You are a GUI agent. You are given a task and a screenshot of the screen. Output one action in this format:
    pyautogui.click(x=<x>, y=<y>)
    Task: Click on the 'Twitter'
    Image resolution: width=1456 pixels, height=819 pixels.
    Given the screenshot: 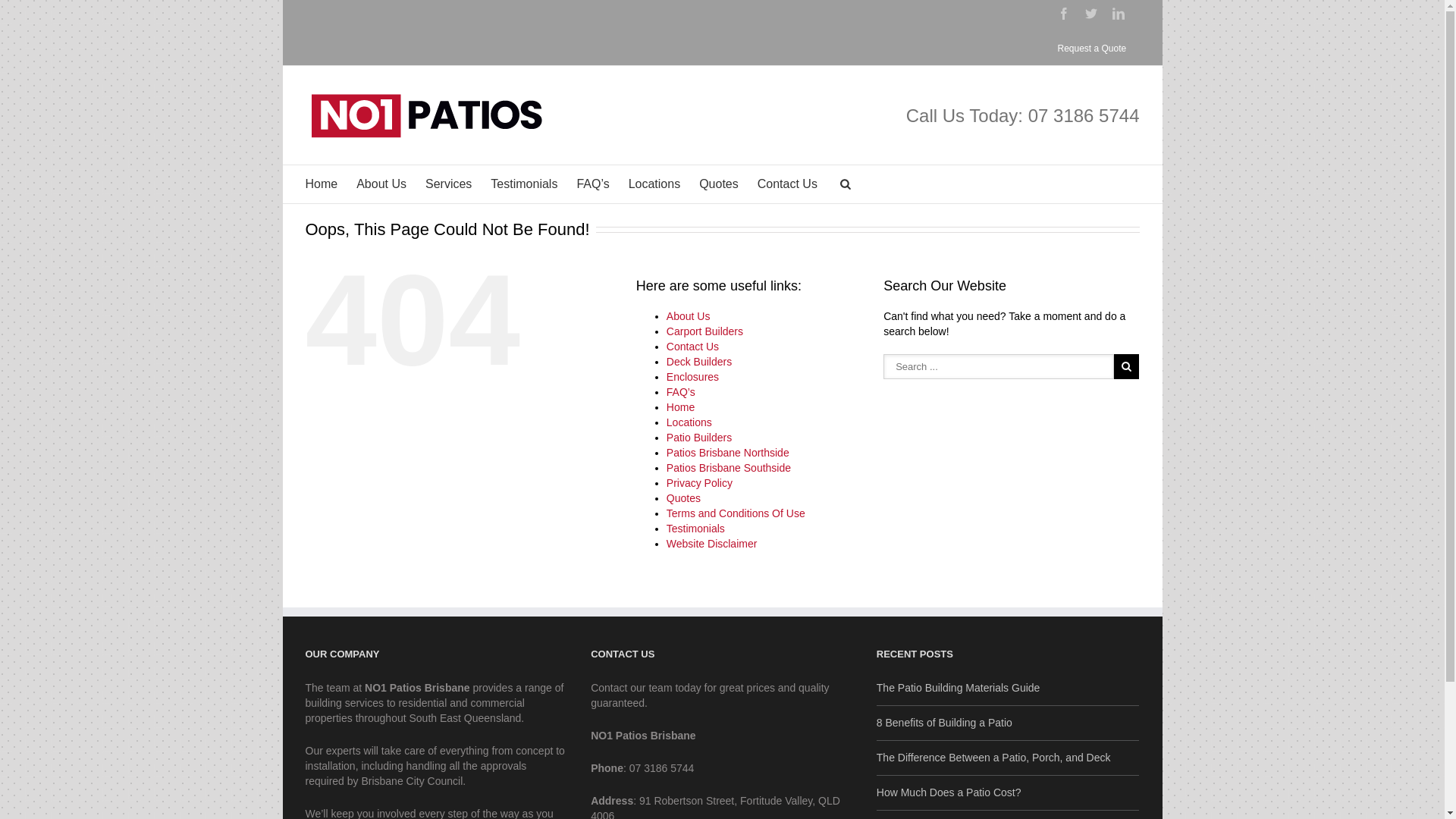 What is the action you would take?
    pyautogui.click(x=1090, y=14)
    